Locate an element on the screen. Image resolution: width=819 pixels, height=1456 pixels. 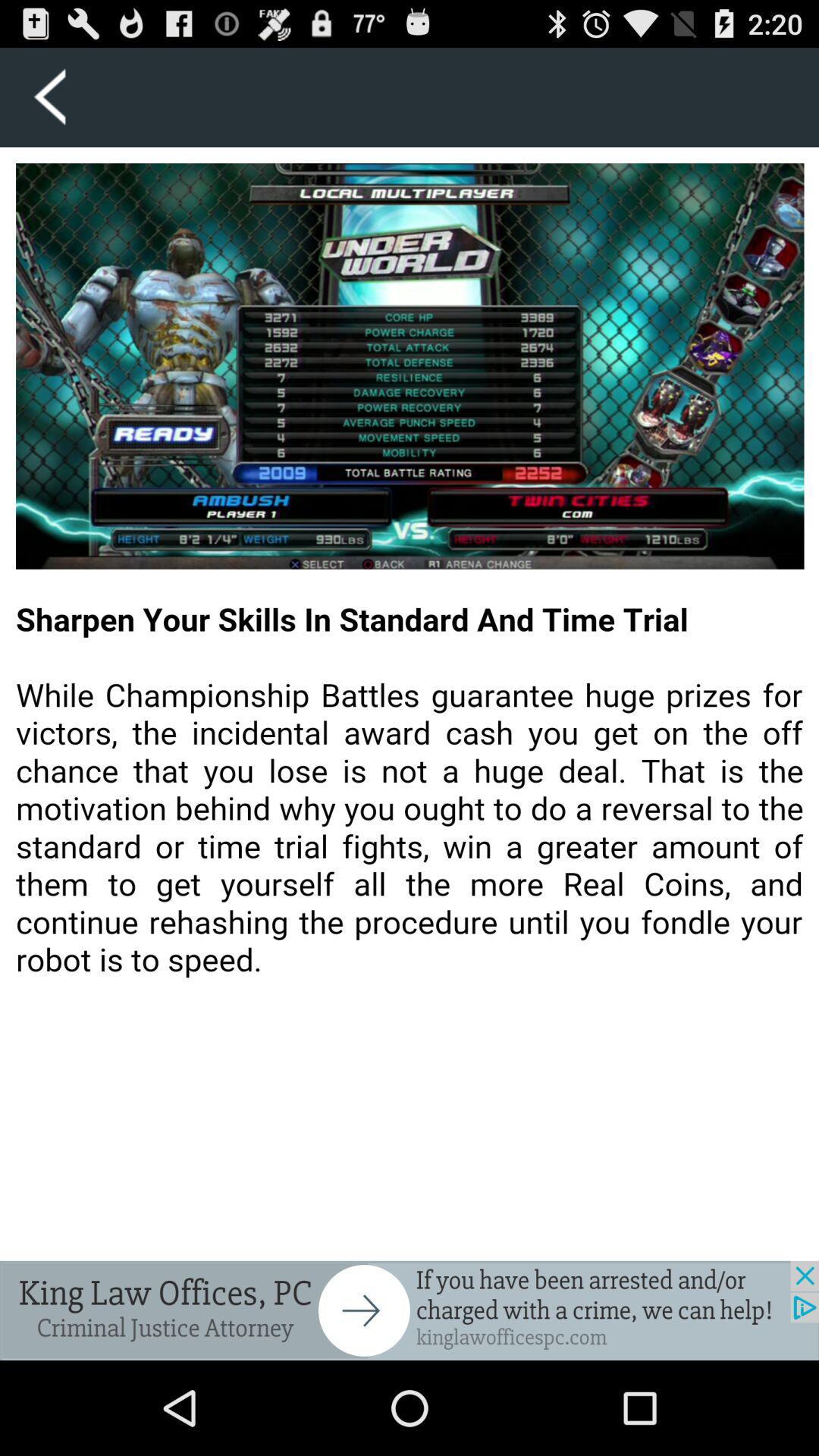
the arrow_backward icon is located at coordinates (49, 103).